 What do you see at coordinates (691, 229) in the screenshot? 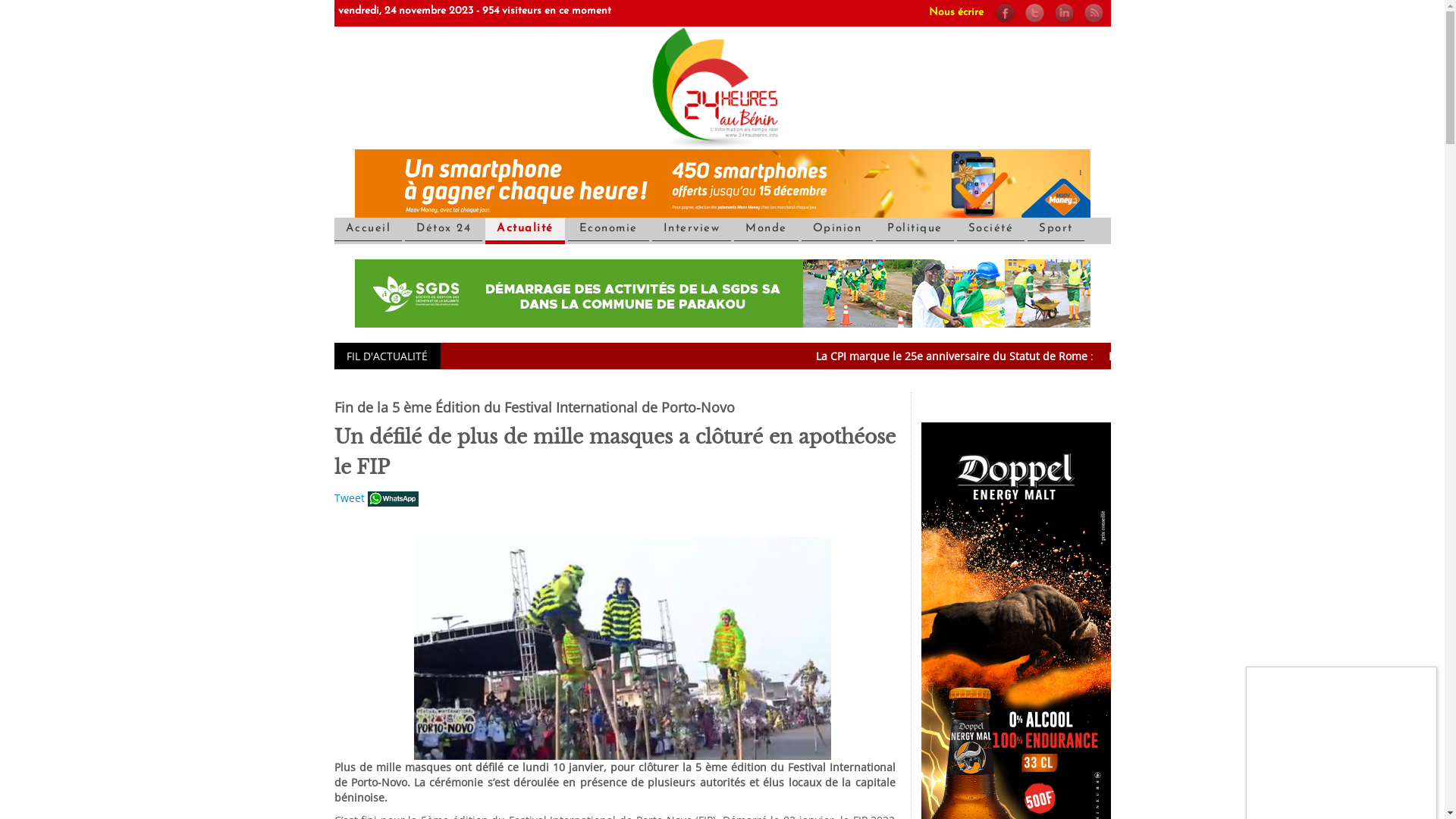
I see `'Interview'` at bounding box center [691, 229].